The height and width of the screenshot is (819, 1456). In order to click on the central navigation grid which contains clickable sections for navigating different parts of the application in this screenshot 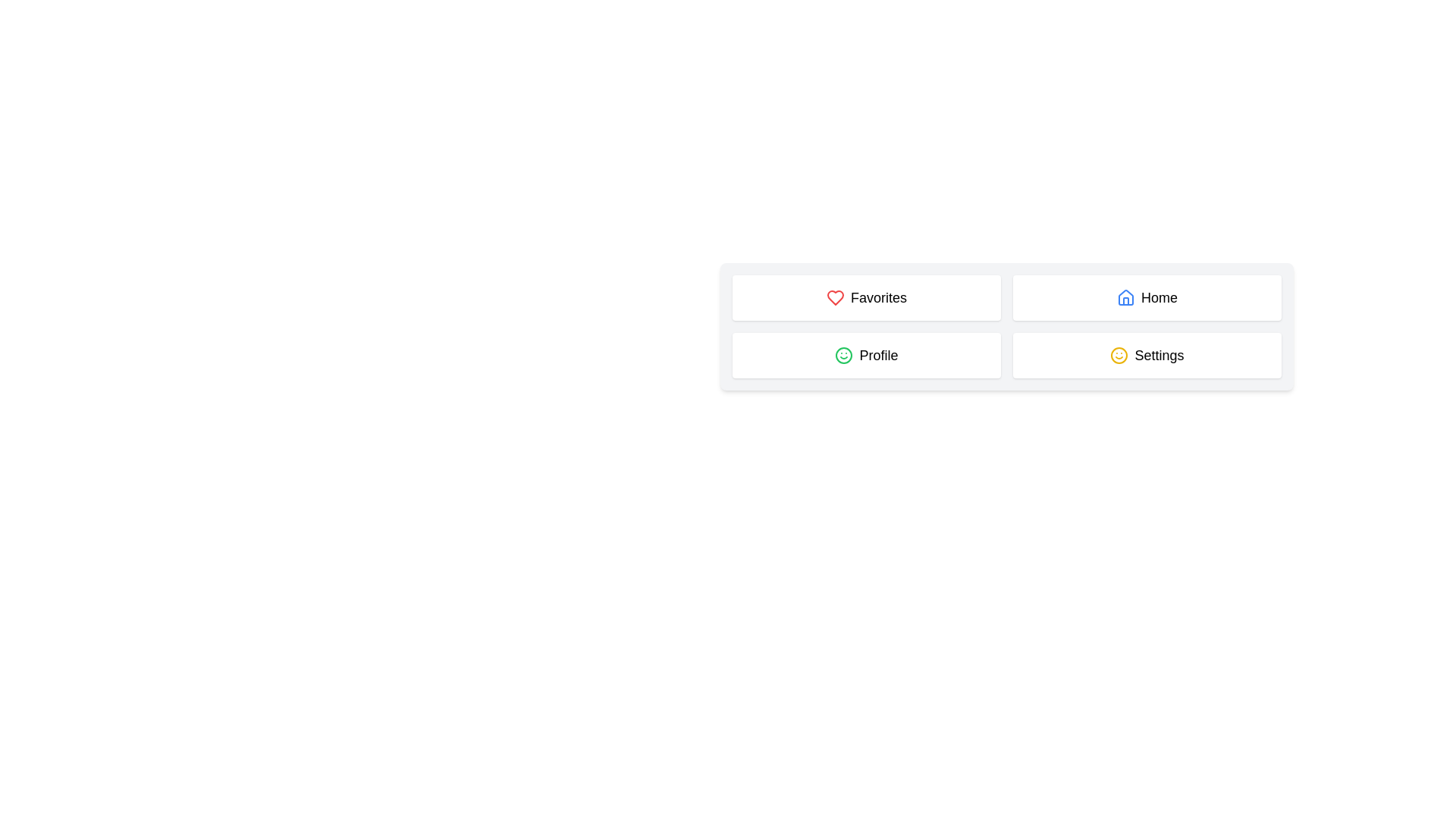, I will do `click(1007, 326)`.